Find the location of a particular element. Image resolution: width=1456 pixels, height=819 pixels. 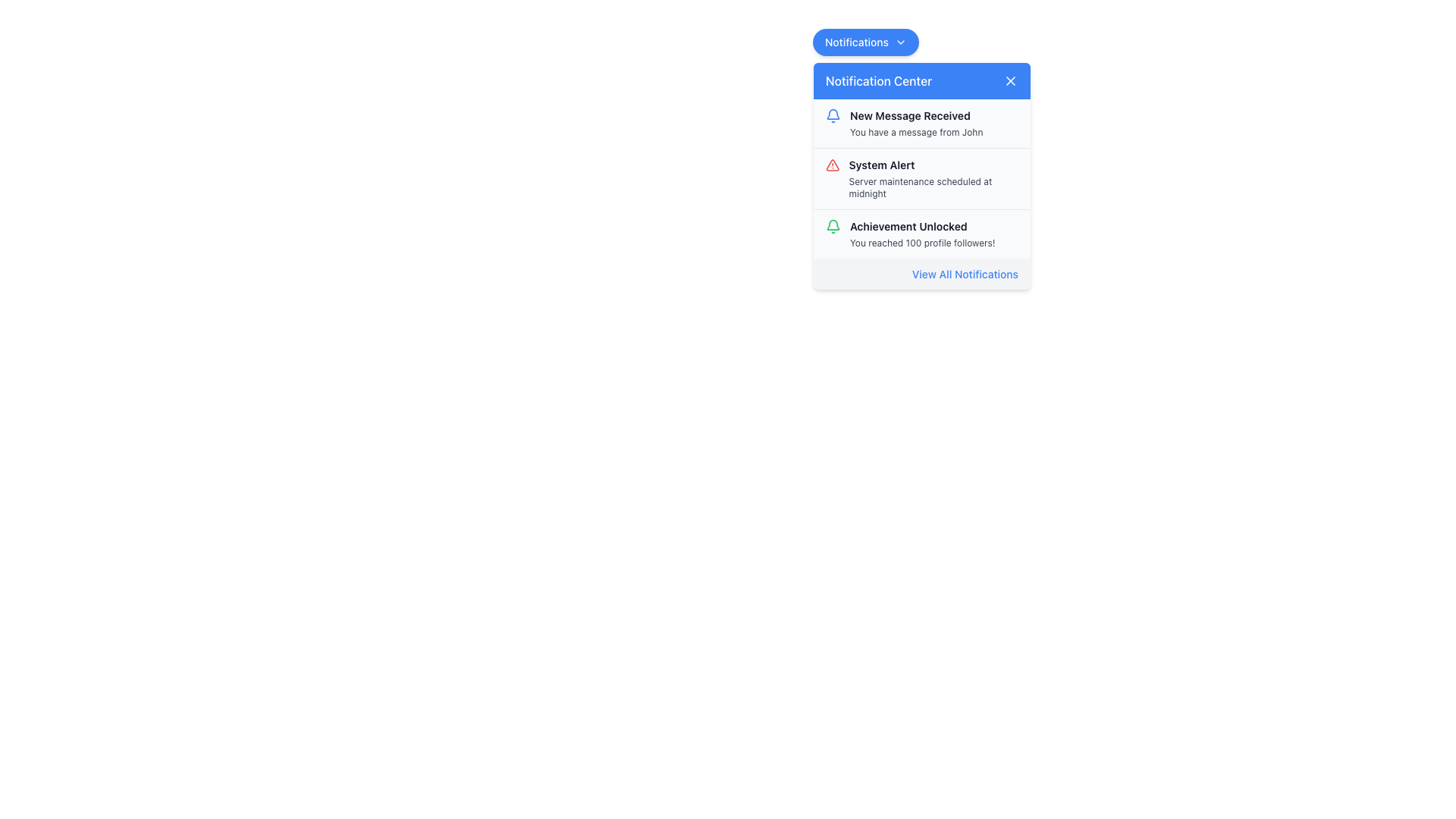

the Notification icon represented by a bell, located in the top-left corner of the first item in the list of notifications, just above 'System Alert' is located at coordinates (833, 115).